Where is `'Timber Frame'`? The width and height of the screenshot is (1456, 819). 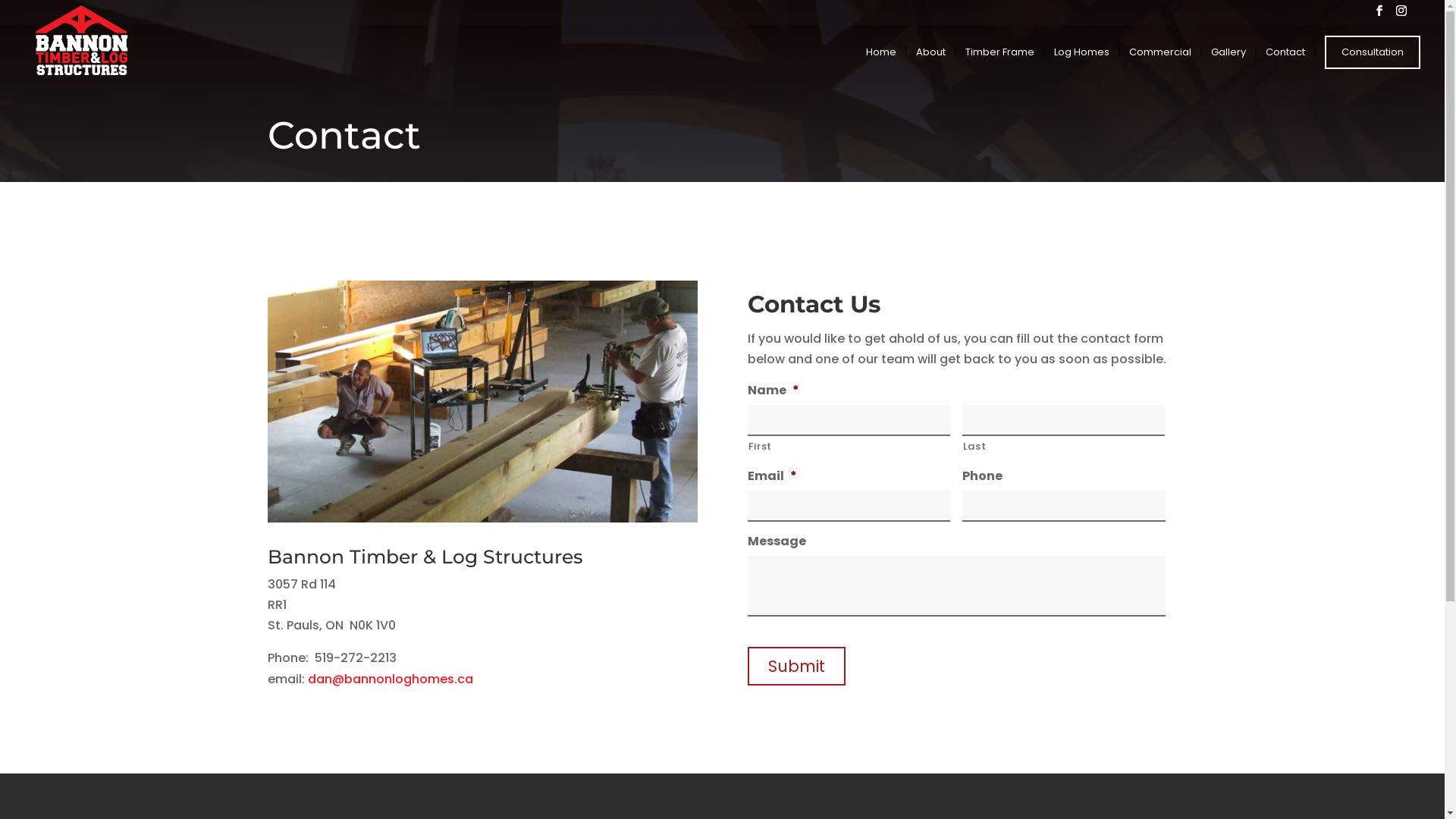 'Timber Frame' is located at coordinates (964, 62).